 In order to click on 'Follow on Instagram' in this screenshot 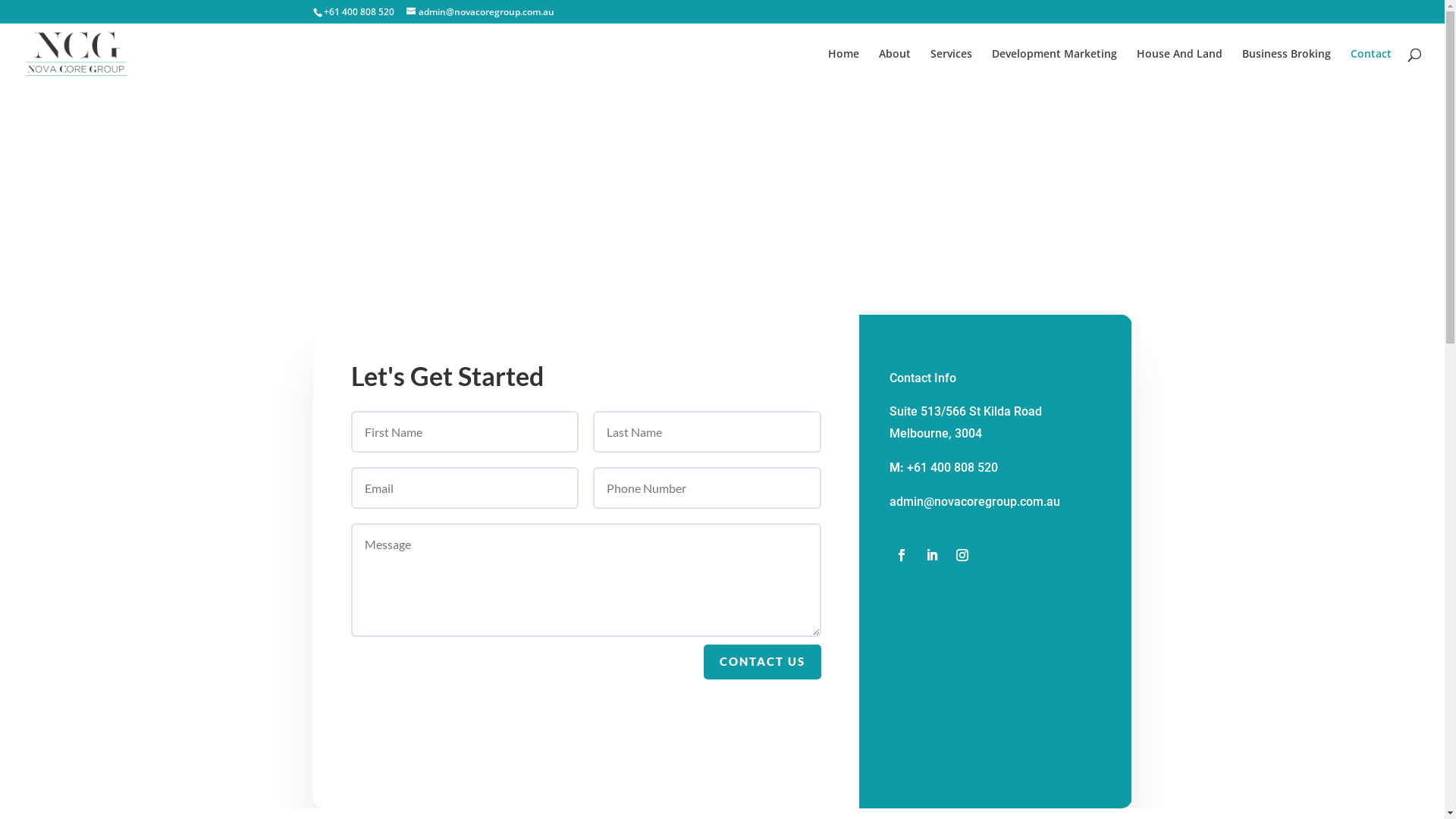, I will do `click(949, 555)`.